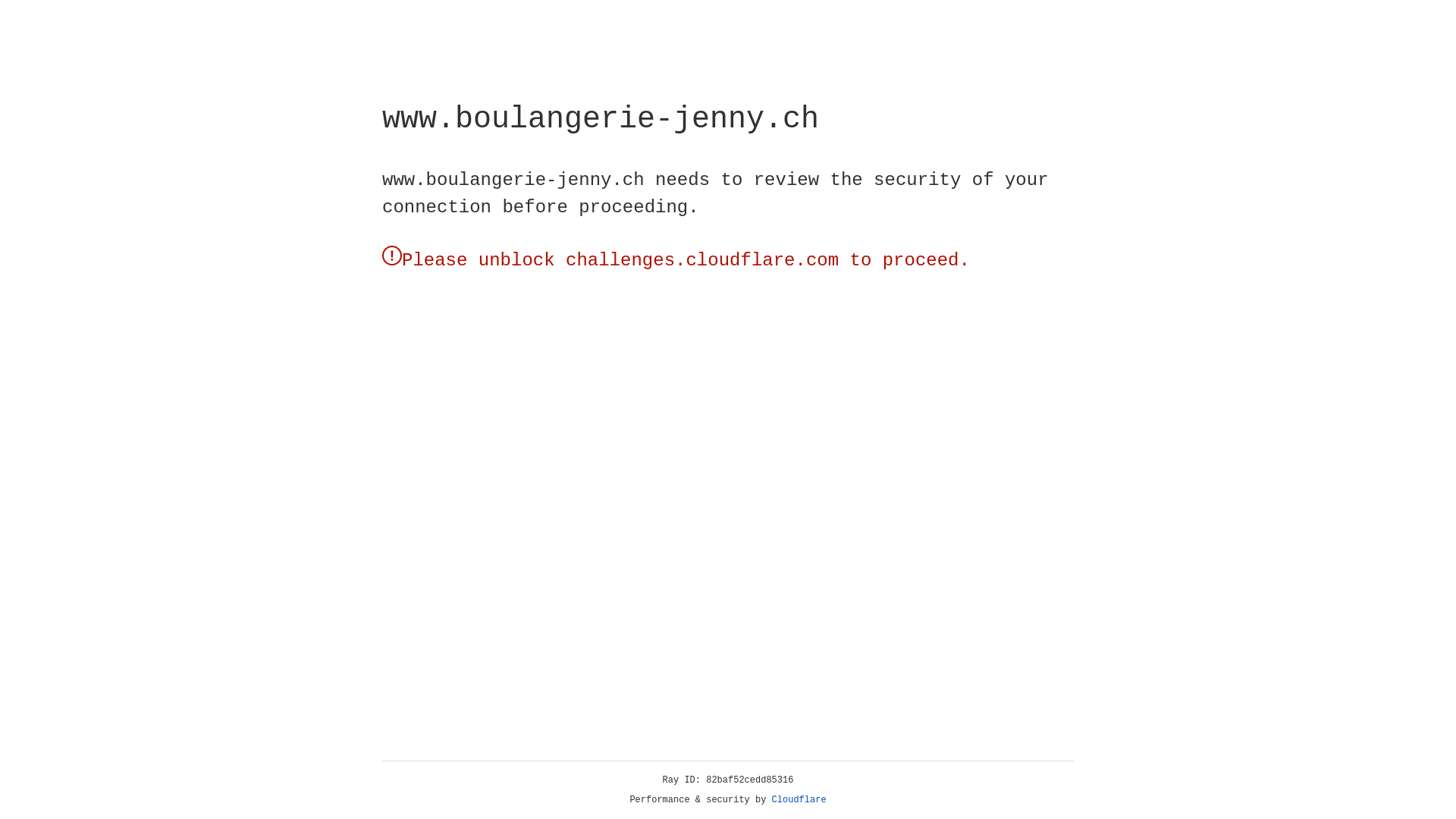 The image size is (1456, 819). Describe the element at coordinates (799, 799) in the screenshot. I see `'Cloudflare'` at that location.